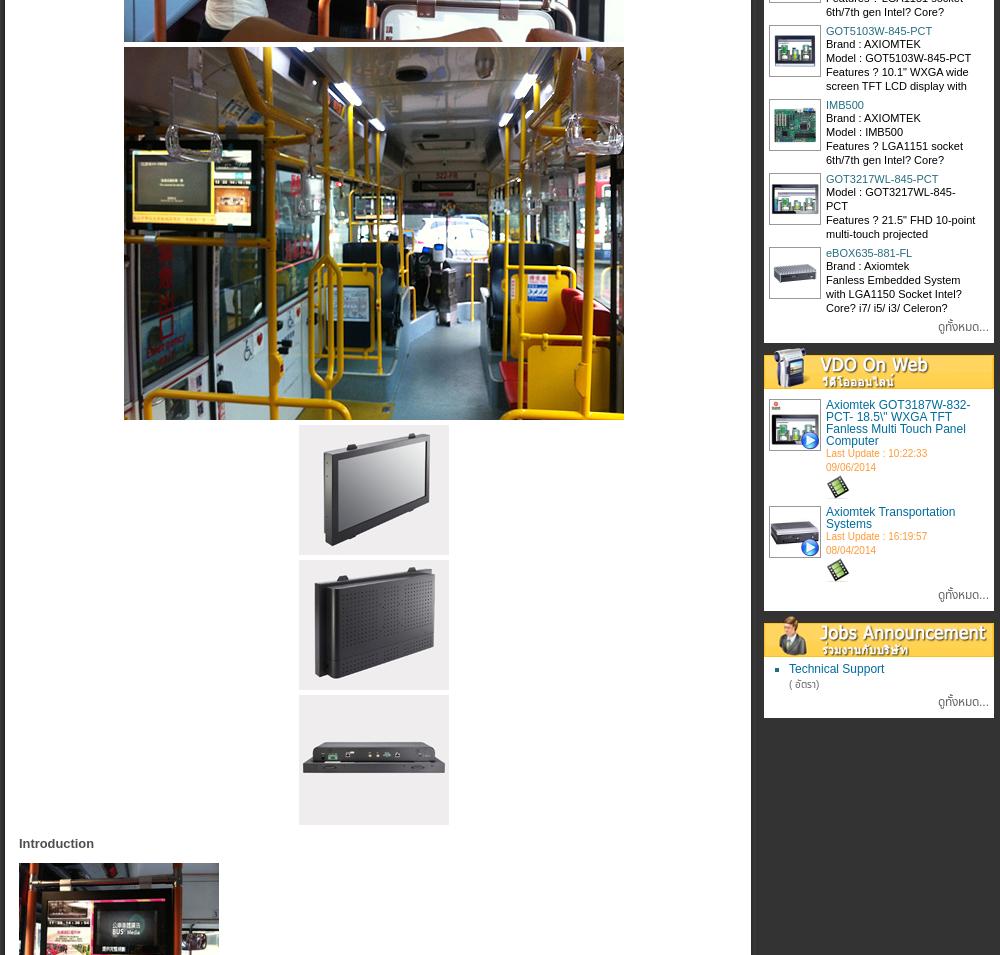 This screenshot has height=955, width=1000. What do you see at coordinates (890, 517) in the screenshot?
I see `'Axiomtek Transportation Systems'` at bounding box center [890, 517].